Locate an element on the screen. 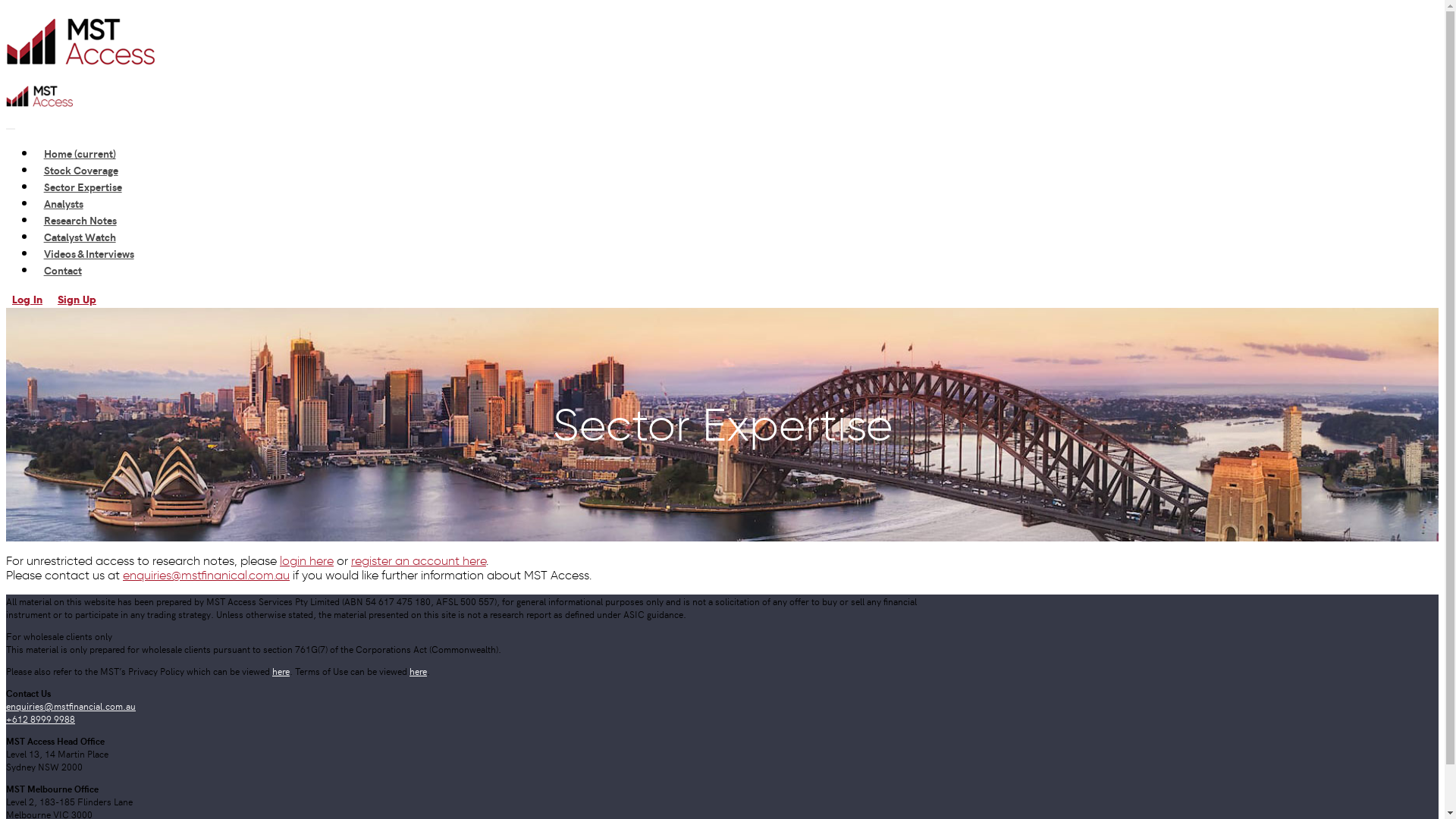 The width and height of the screenshot is (1456, 819). 'Videos & Interviews' is located at coordinates (87, 253).